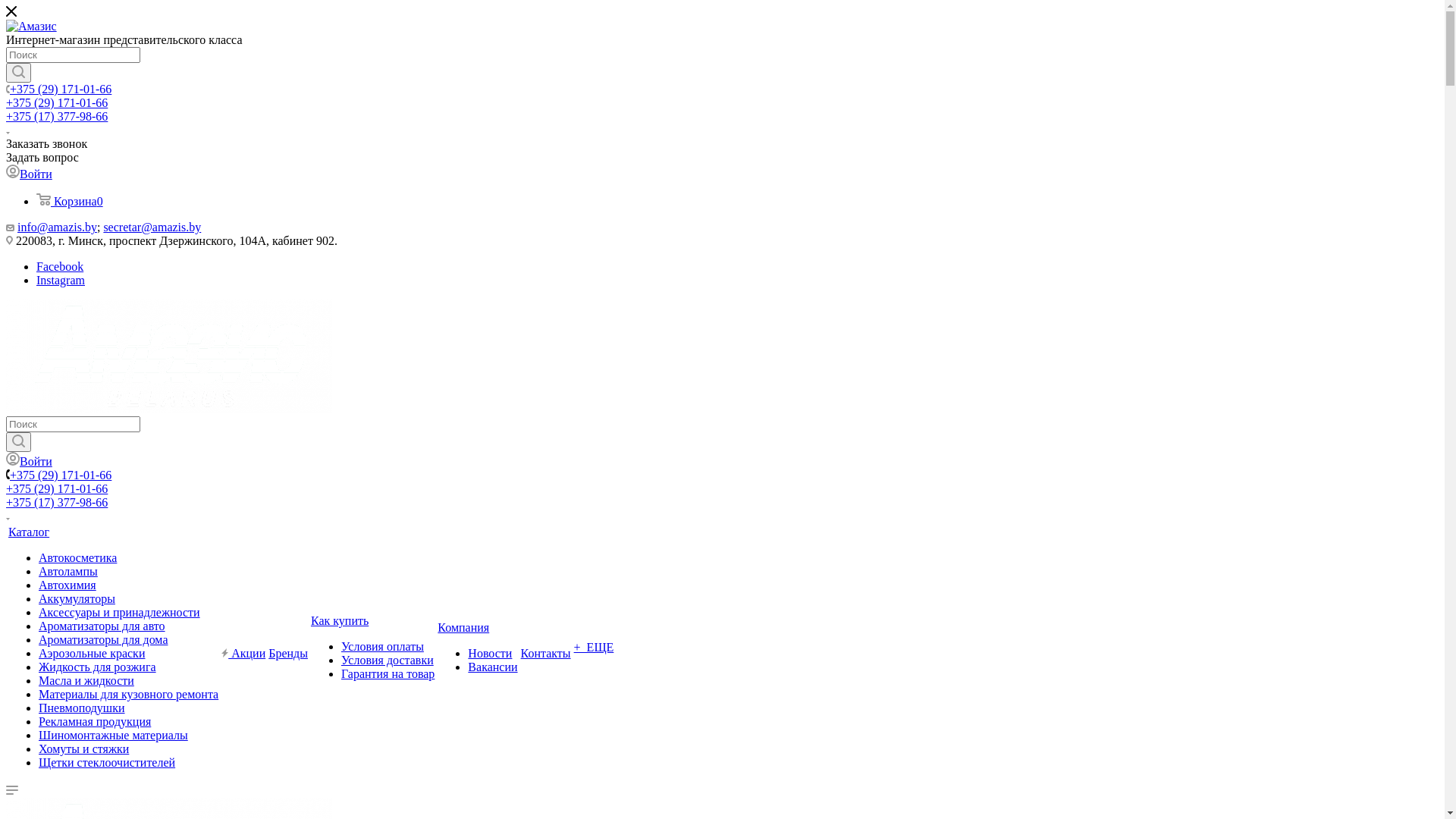 This screenshot has height=819, width=1456. Describe the element at coordinates (152, 227) in the screenshot. I see `'secretar@amazis.by'` at that location.